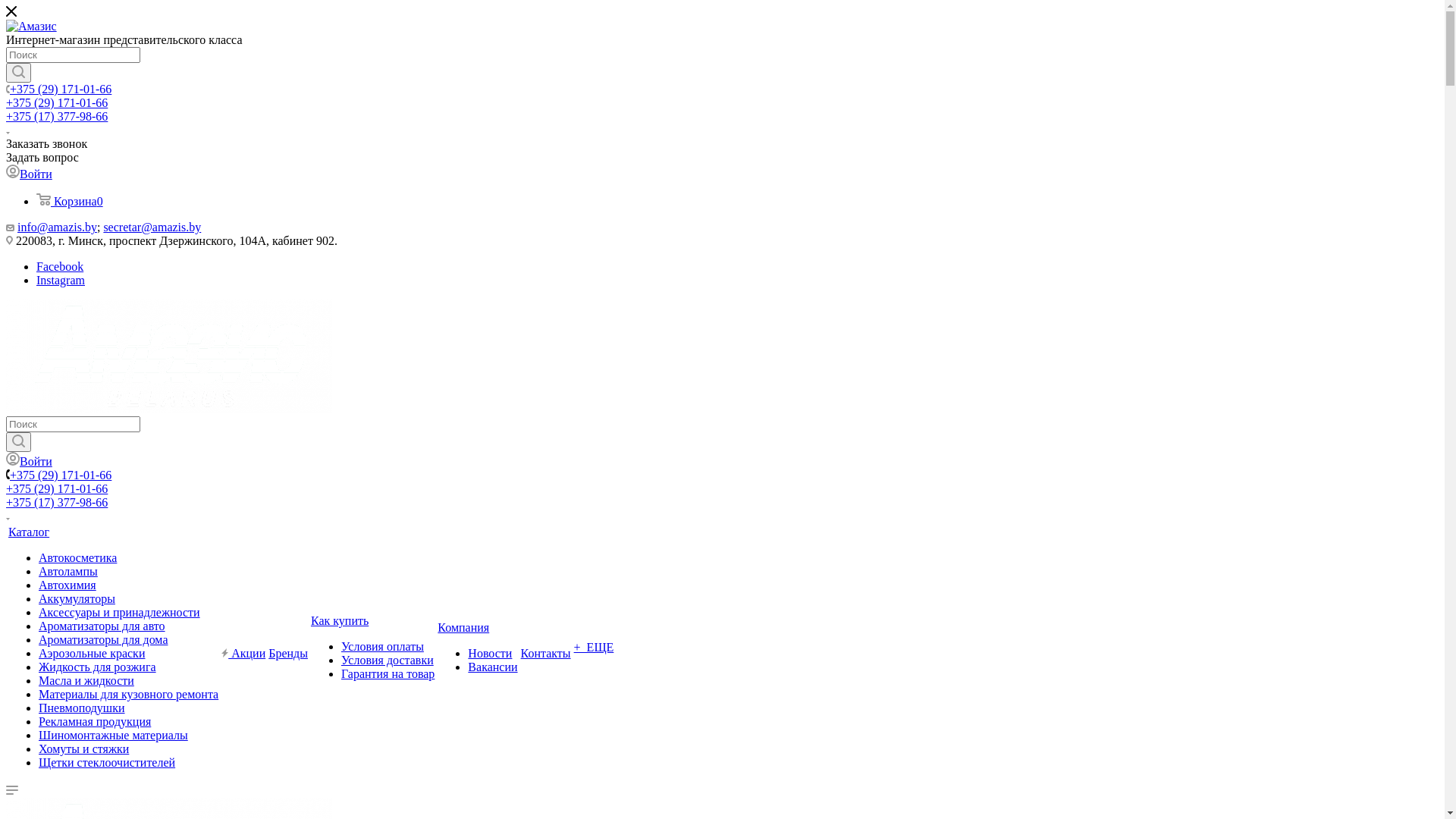 This screenshot has height=819, width=1456. Describe the element at coordinates (152, 227) in the screenshot. I see `'secretar@amazis.by'` at that location.